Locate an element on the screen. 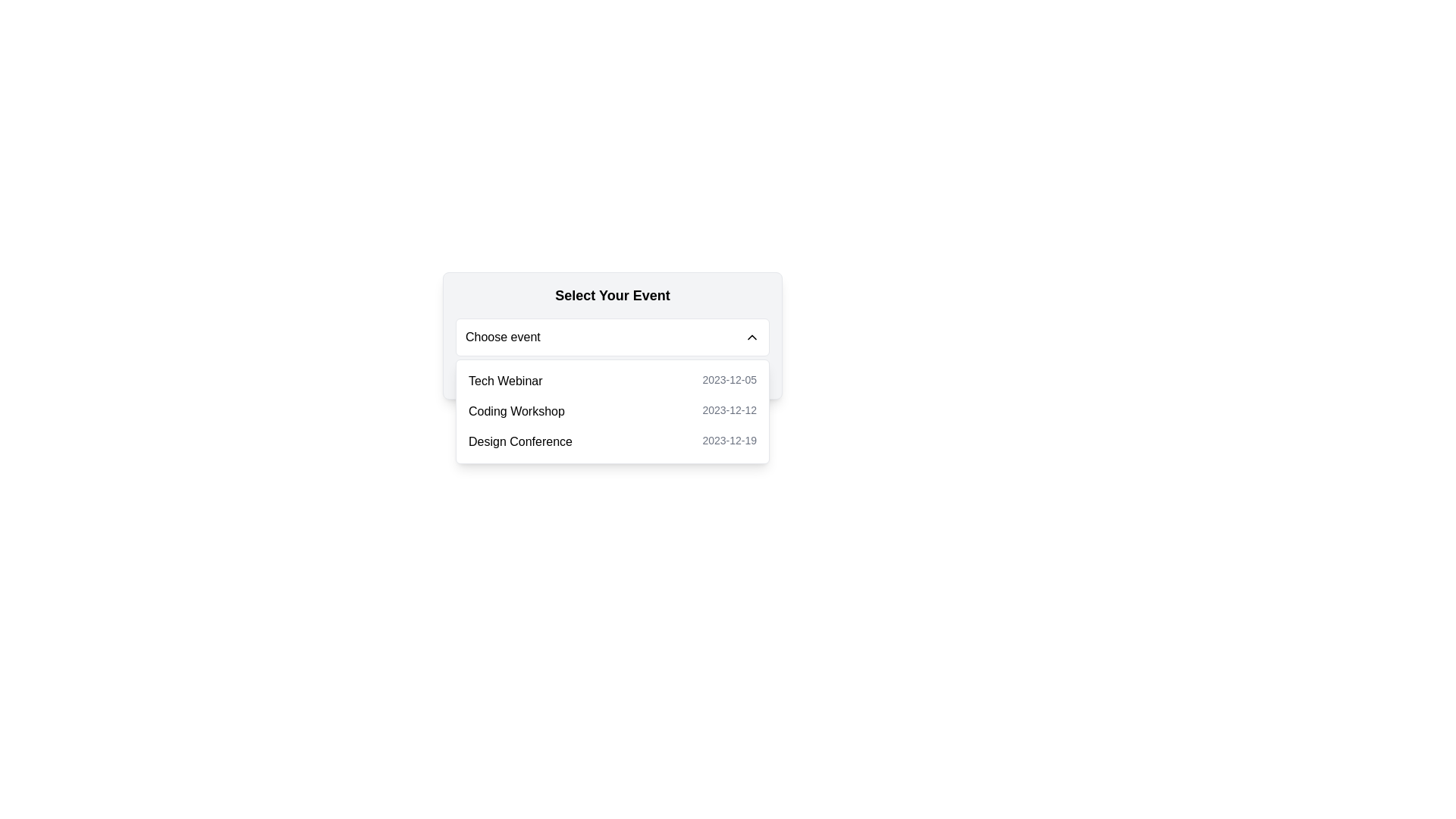  the 'Design Conference' dropdown menu item, which is the last option in the dropdown and includes the date '2023-12-19' is located at coordinates (612, 441).